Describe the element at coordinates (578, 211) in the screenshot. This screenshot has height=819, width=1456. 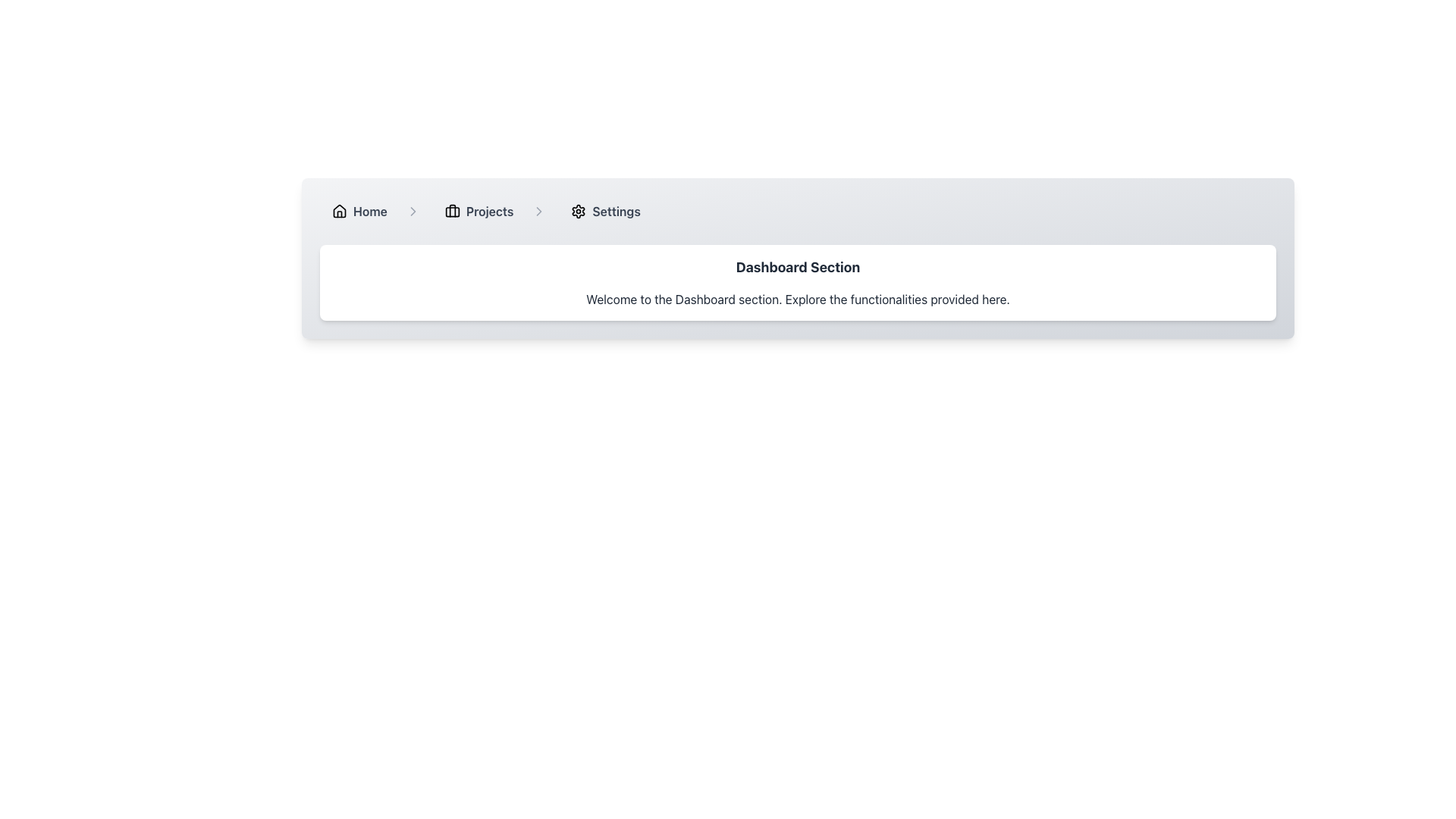
I see `the 'Settings' icon in the navigation menu bar` at that location.